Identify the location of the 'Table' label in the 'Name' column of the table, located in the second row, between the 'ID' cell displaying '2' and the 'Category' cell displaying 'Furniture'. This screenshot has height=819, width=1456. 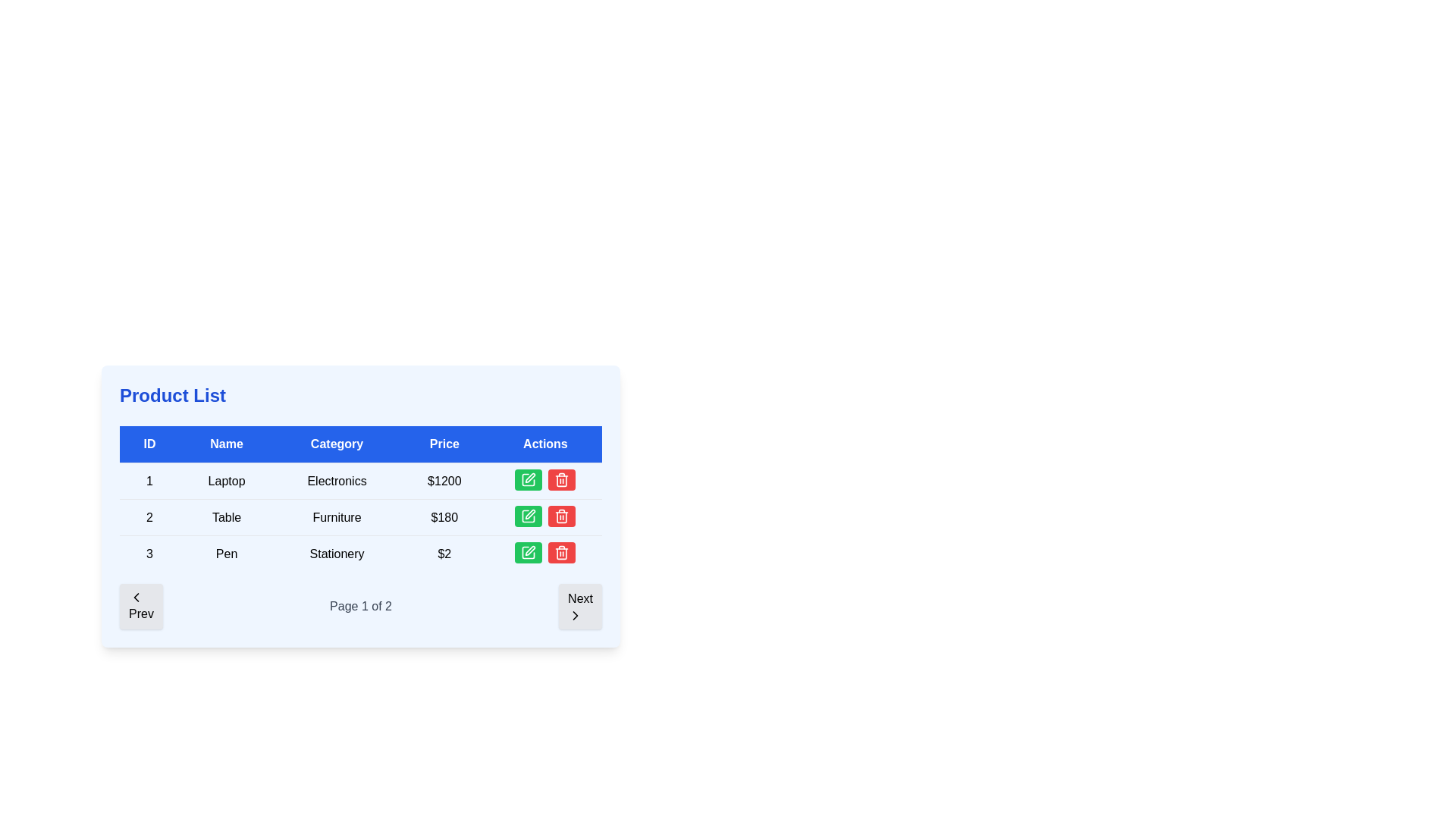
(226, 516).